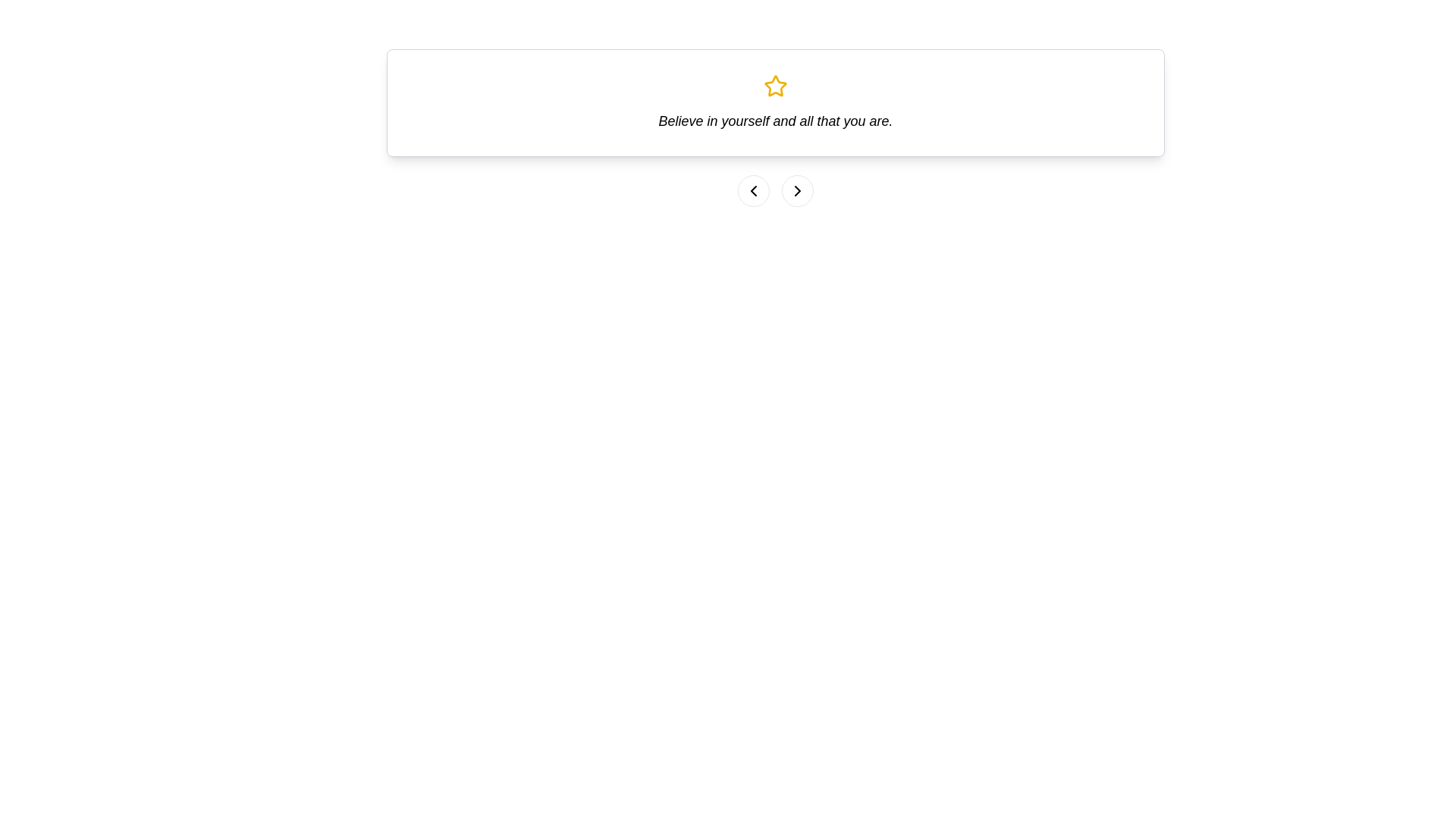 Image resolution: width=1456 pixels, height=819 pixels. I want to click on the leftward-pointing chevron icon button styled with a stroke-outline for accessibility navigation, so click(753, 190).